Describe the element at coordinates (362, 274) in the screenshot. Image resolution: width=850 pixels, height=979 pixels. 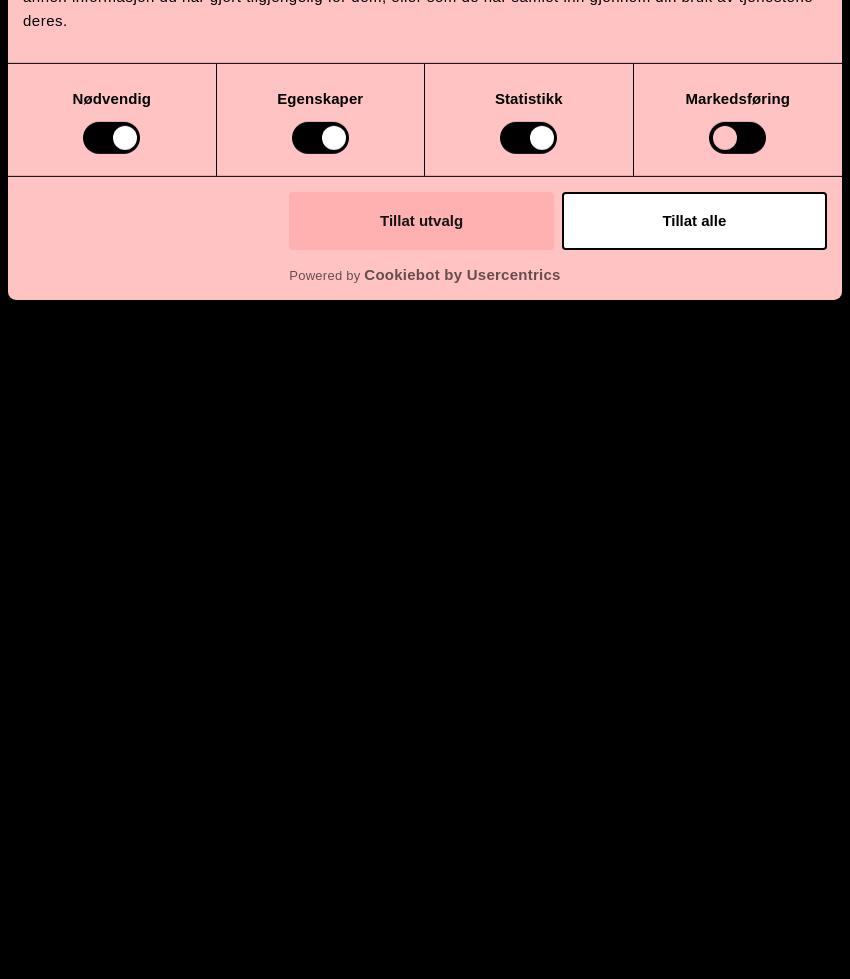
I see `'Cookiebot by Usercentrics'` at that location.